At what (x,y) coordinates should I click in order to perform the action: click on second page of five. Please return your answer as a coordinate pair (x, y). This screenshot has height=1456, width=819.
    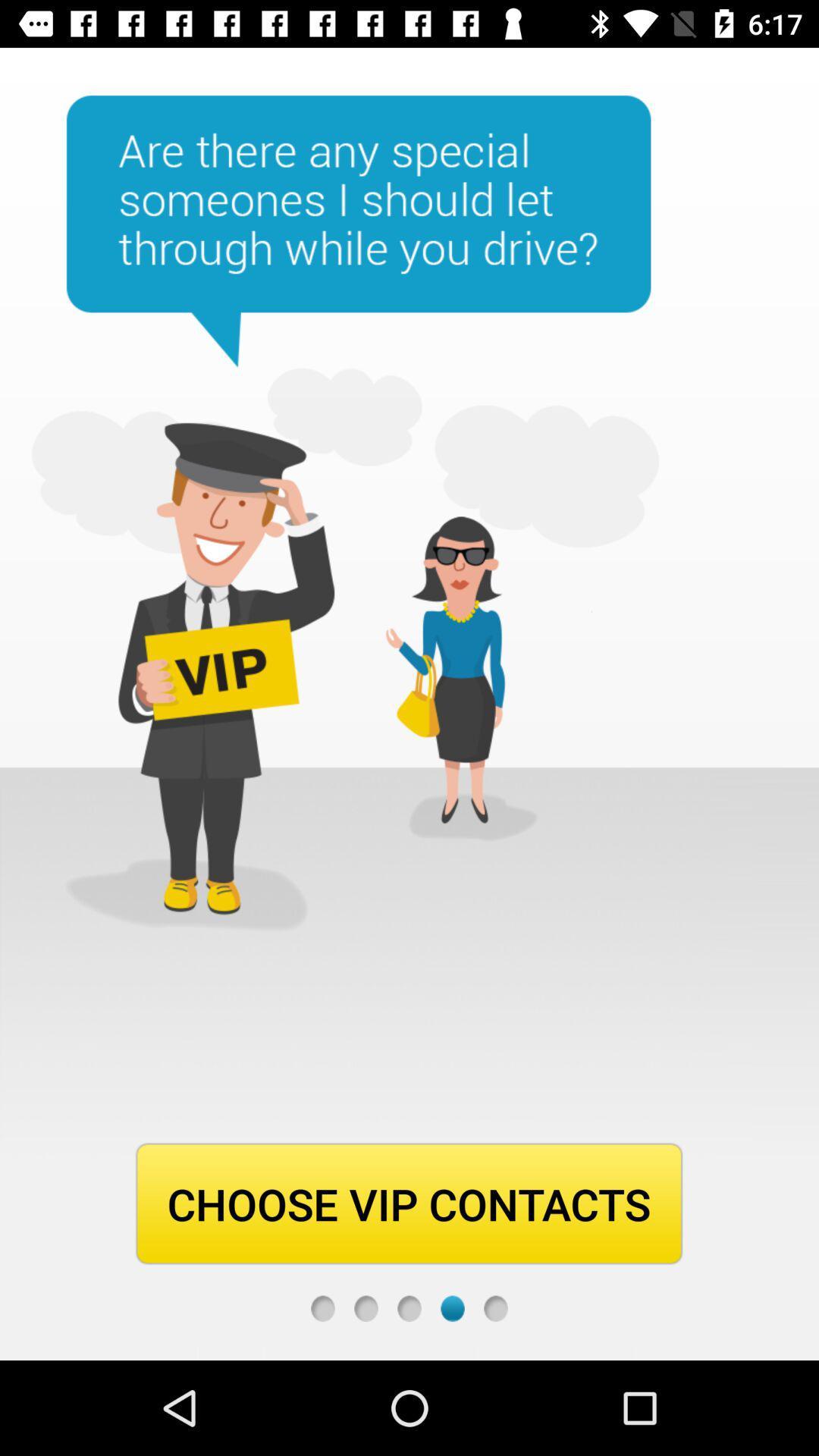
    Looking at the image, I should click on (366, 1307).